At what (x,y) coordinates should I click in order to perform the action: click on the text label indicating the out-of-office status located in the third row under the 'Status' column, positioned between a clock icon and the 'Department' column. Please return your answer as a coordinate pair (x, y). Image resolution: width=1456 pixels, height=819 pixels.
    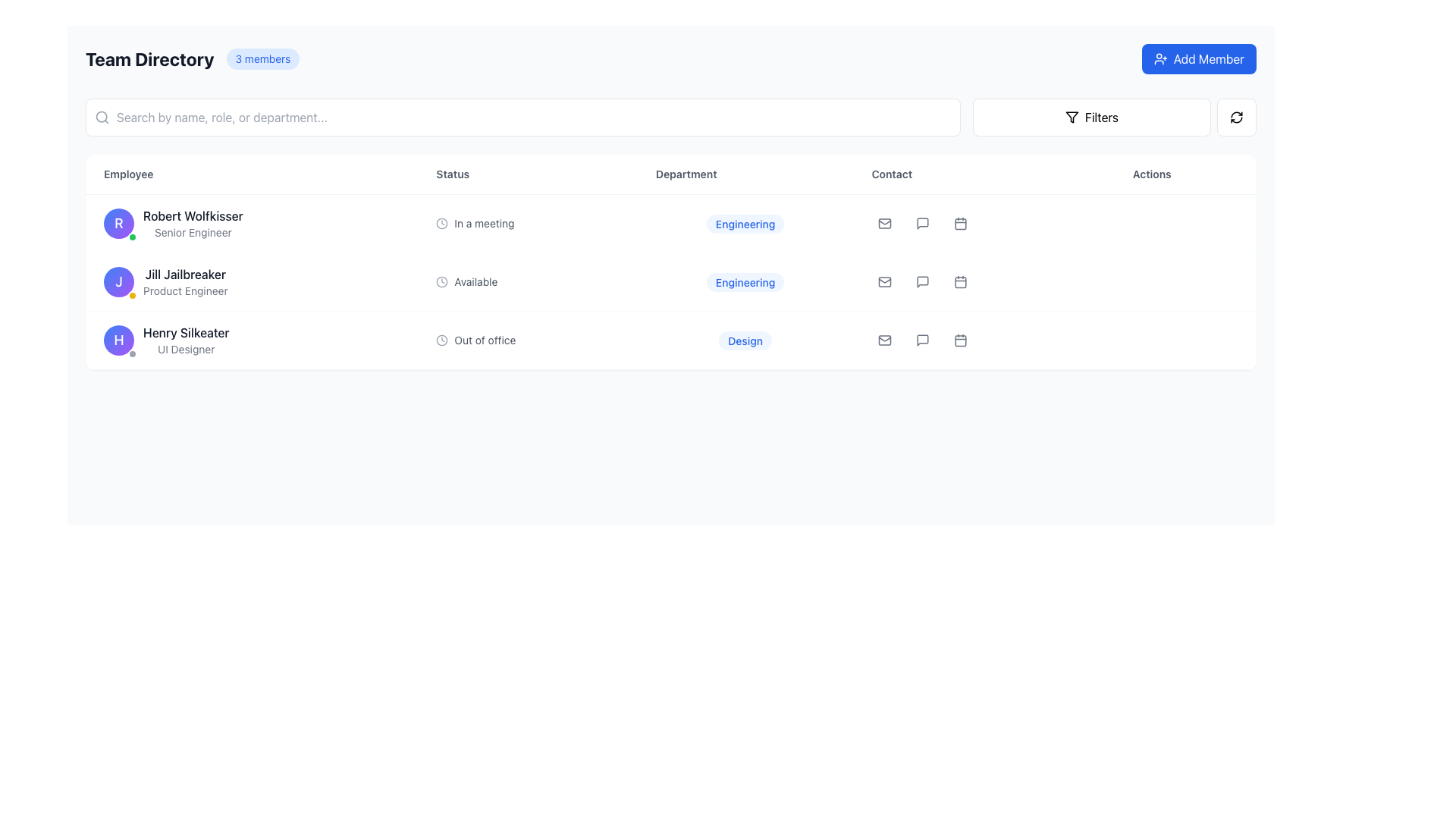
    Looking at the image, I should click on (484, 339).